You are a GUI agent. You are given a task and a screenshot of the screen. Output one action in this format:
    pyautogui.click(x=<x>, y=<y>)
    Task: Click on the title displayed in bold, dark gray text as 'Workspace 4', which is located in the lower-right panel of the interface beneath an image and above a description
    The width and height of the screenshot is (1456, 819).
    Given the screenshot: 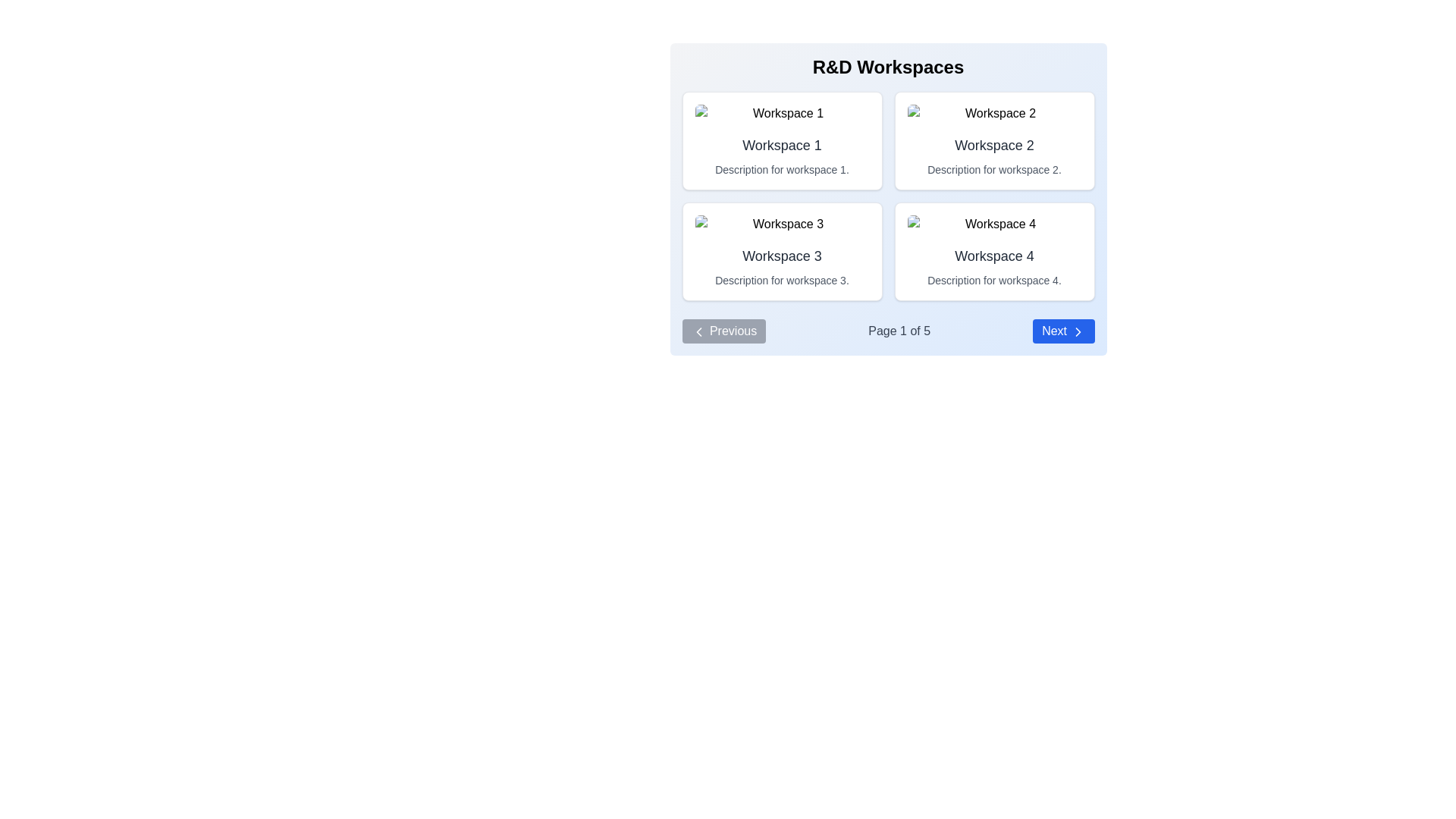 What is the action you would take?
    pyautogui.click(x=994, y=256)
    